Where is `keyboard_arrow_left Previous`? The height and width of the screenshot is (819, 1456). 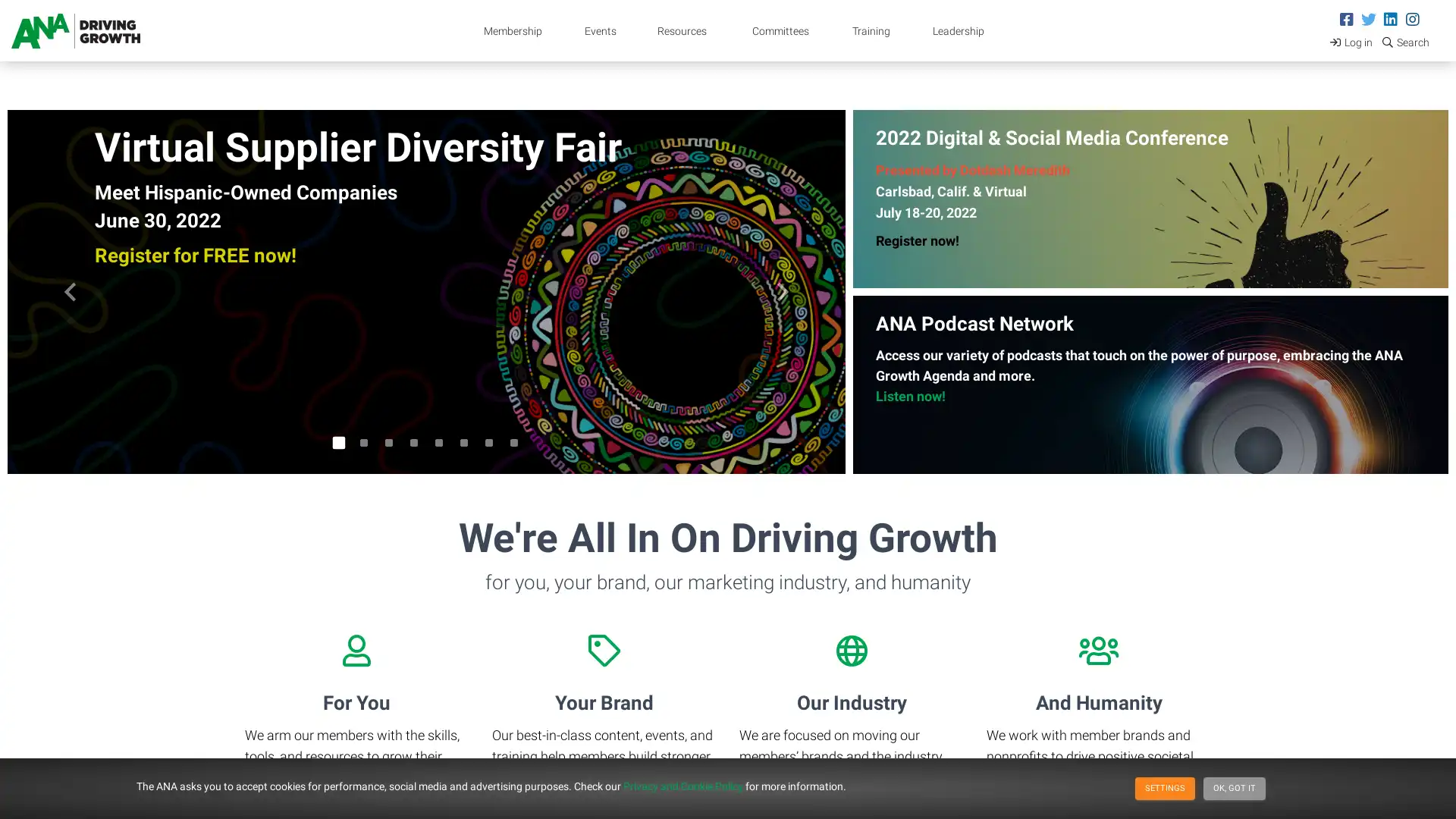
keyboard_arrow_left Previous is located at coordinates (69, 292).